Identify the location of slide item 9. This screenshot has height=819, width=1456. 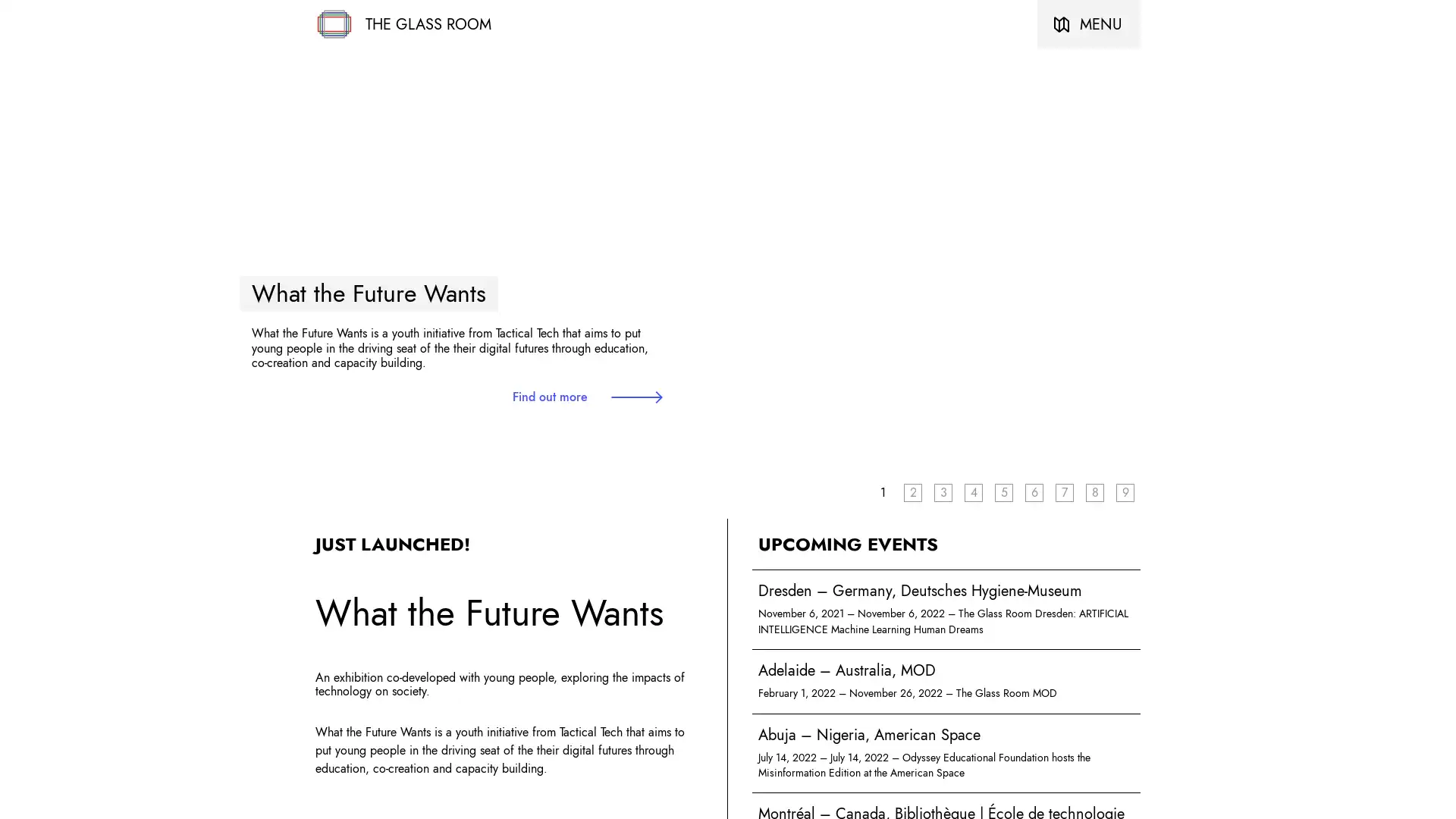
(1125, 491).